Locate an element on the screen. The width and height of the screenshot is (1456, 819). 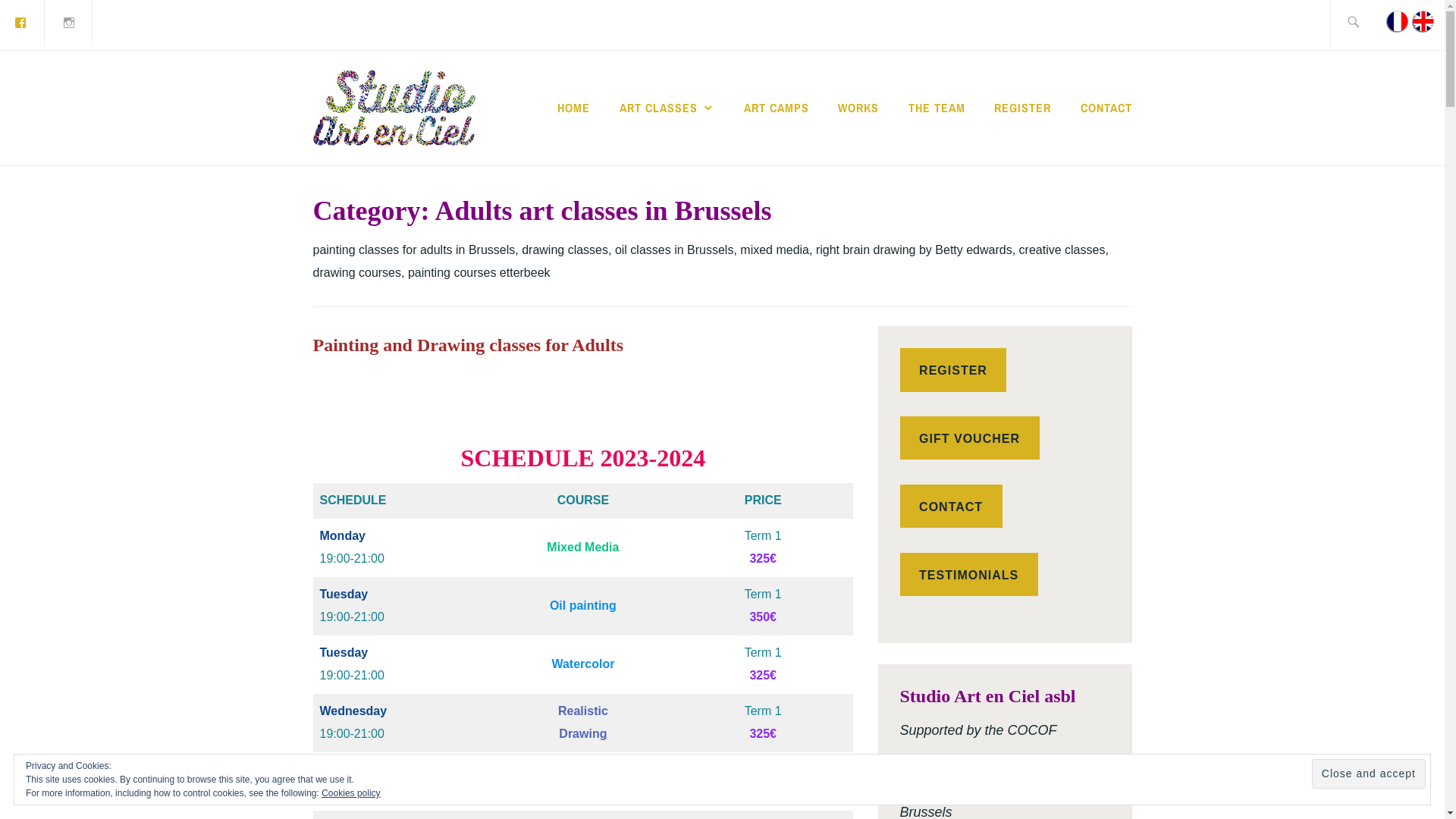
'GIFT VOUCHER' is located at coordinates (899, 438).